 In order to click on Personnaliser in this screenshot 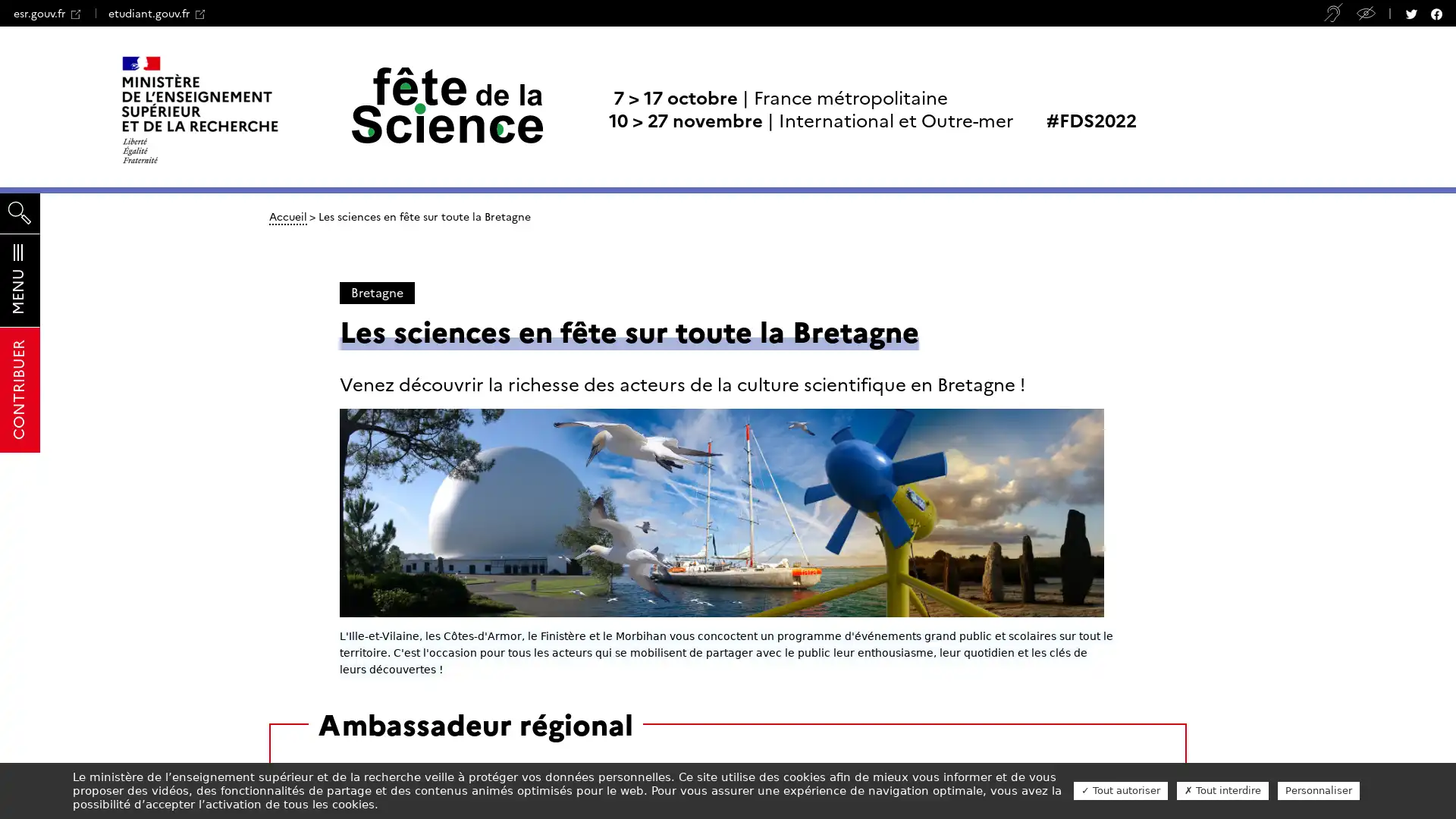, I will do `click(1317, 789)`.